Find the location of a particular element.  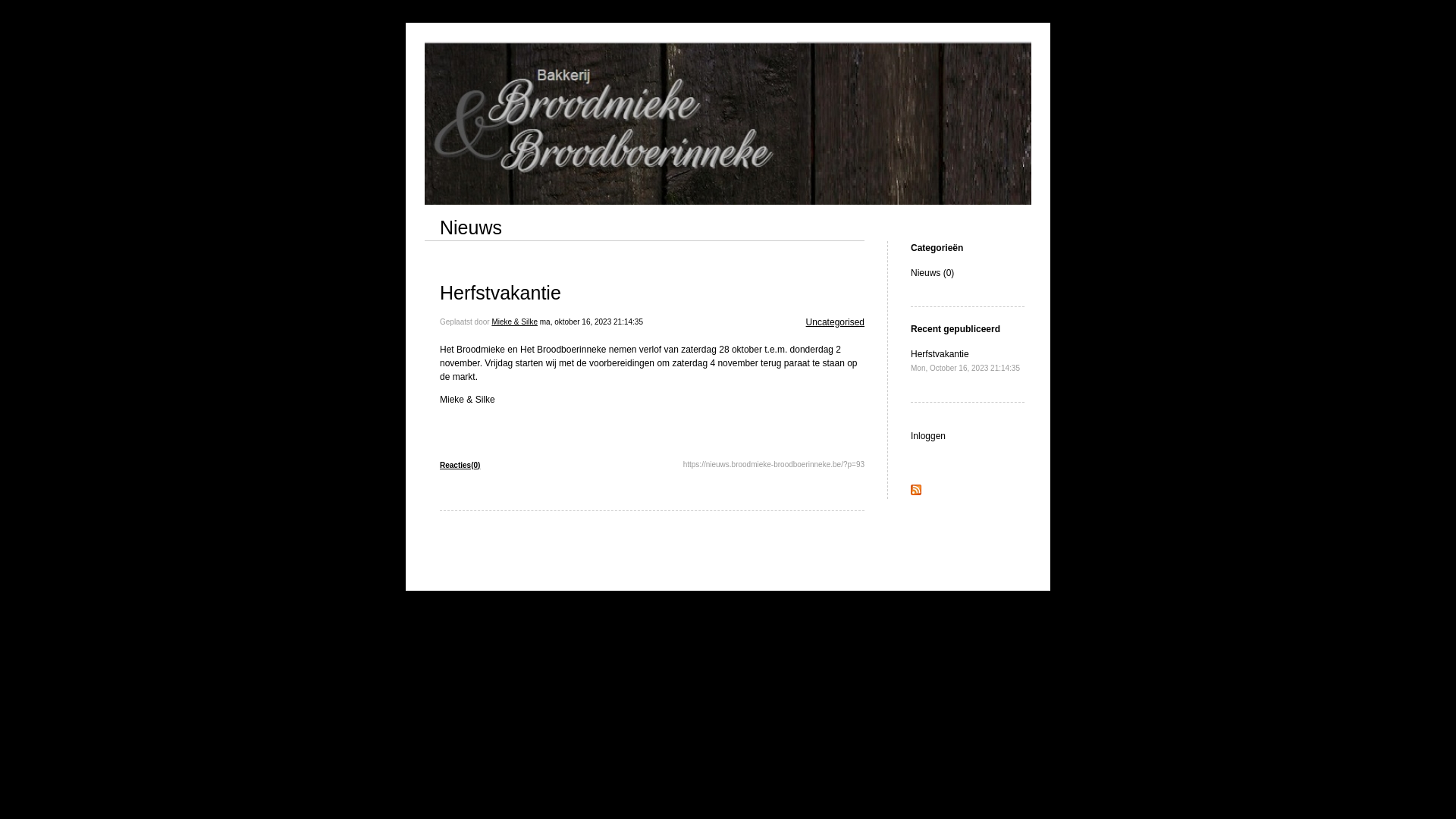

'Mieke & Silke' is located at coordinates (514, 321).